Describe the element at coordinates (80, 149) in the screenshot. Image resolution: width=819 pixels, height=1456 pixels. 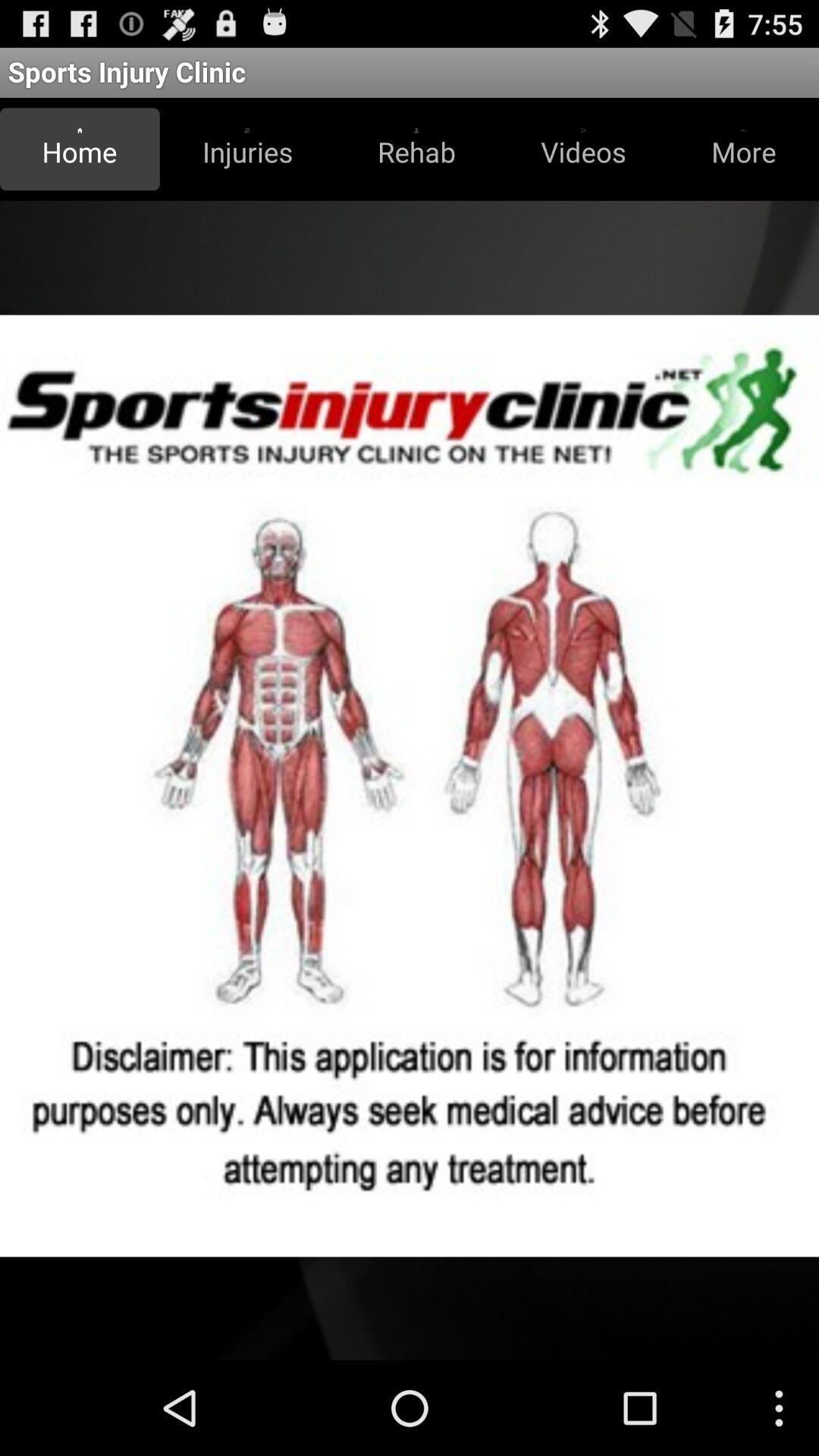
I see `home button` at that location.